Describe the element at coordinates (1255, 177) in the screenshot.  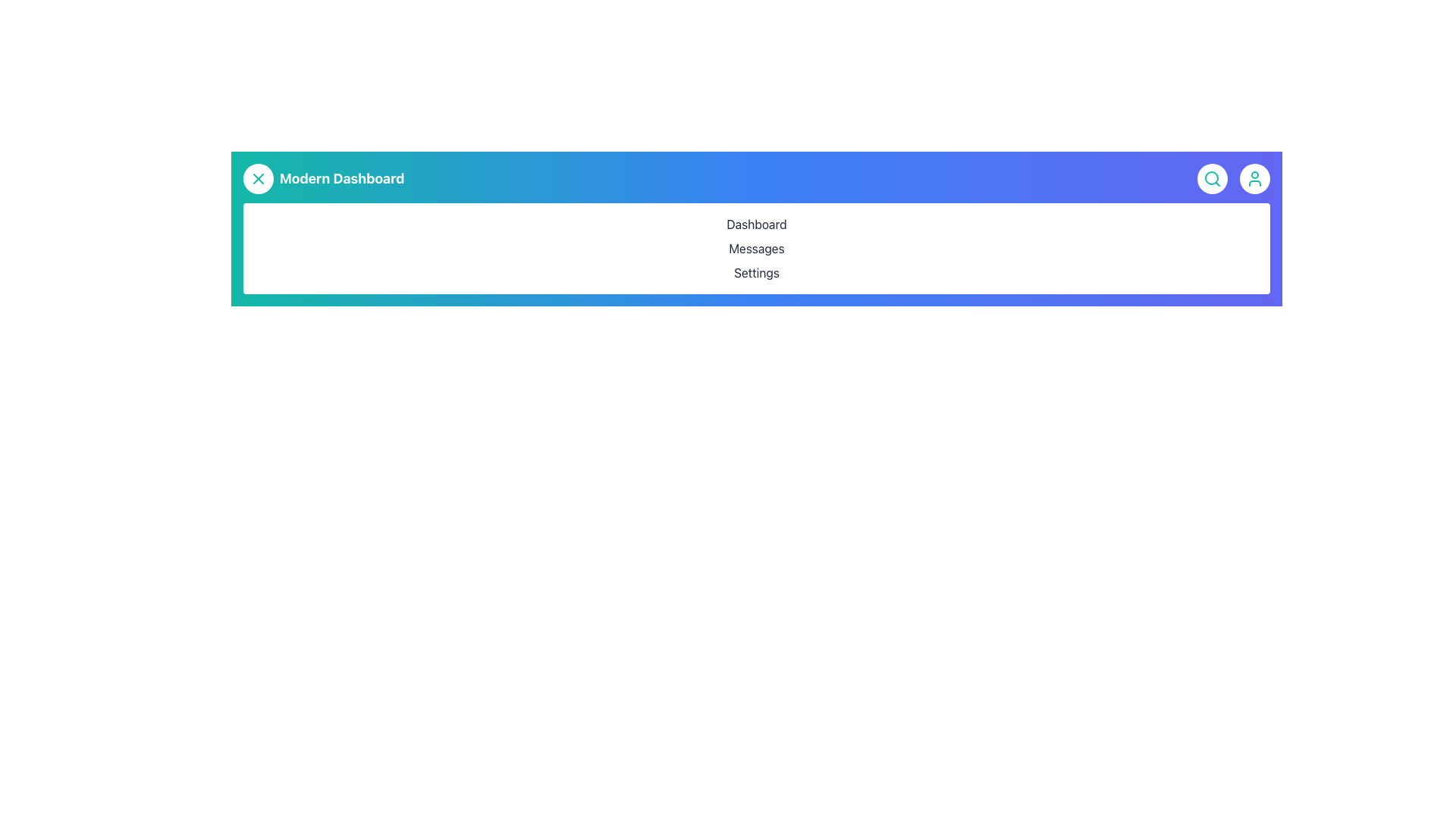
I see `the circular icon button with a teal user silhouette` at that location.